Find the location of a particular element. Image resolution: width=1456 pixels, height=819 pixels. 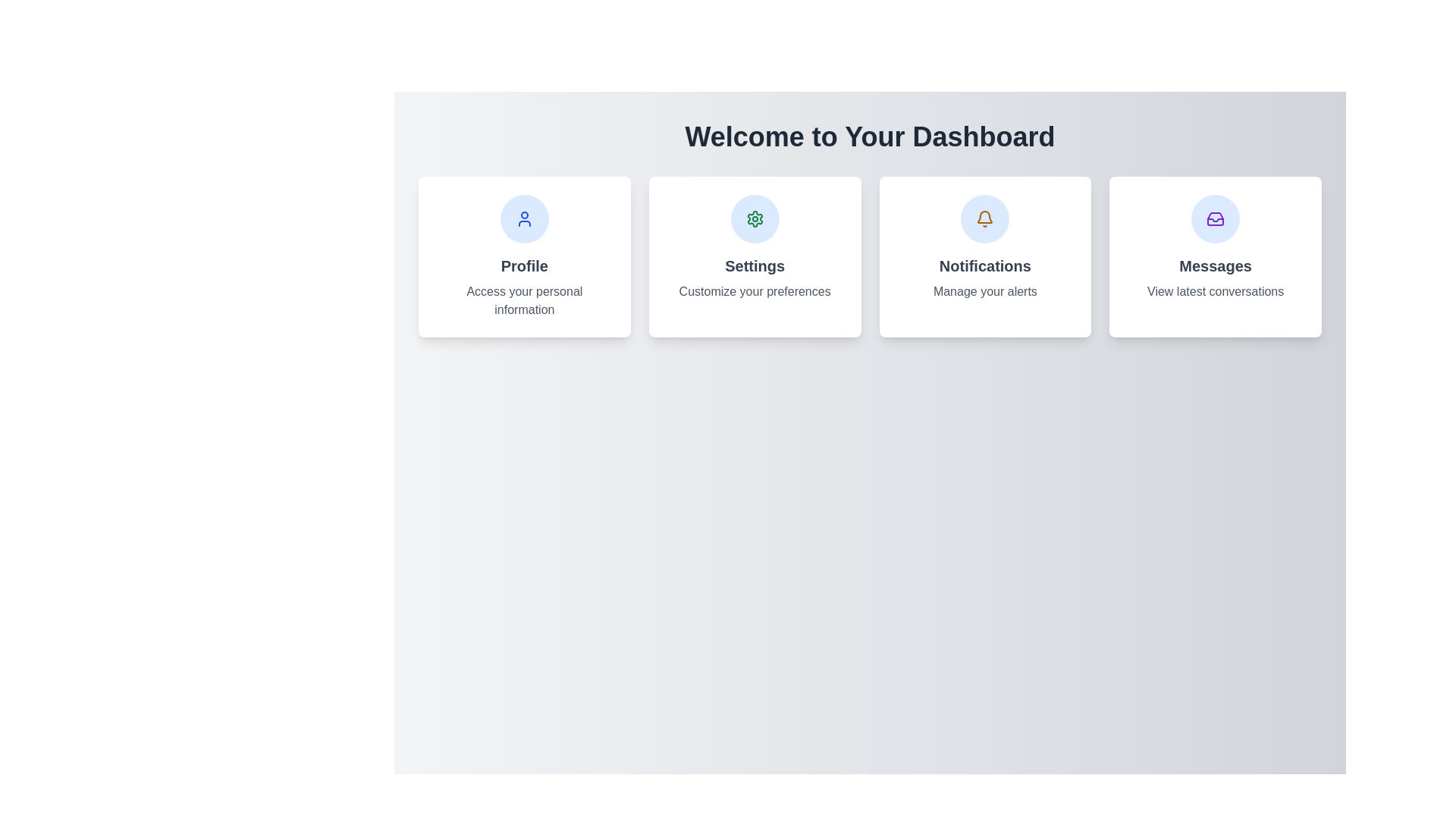

the SVG inbox icon, which is styled in purple and resembles an open tray with rounded edges, located on the far right of the row of cards on the dashboard is located at coordinates (1216, 219).